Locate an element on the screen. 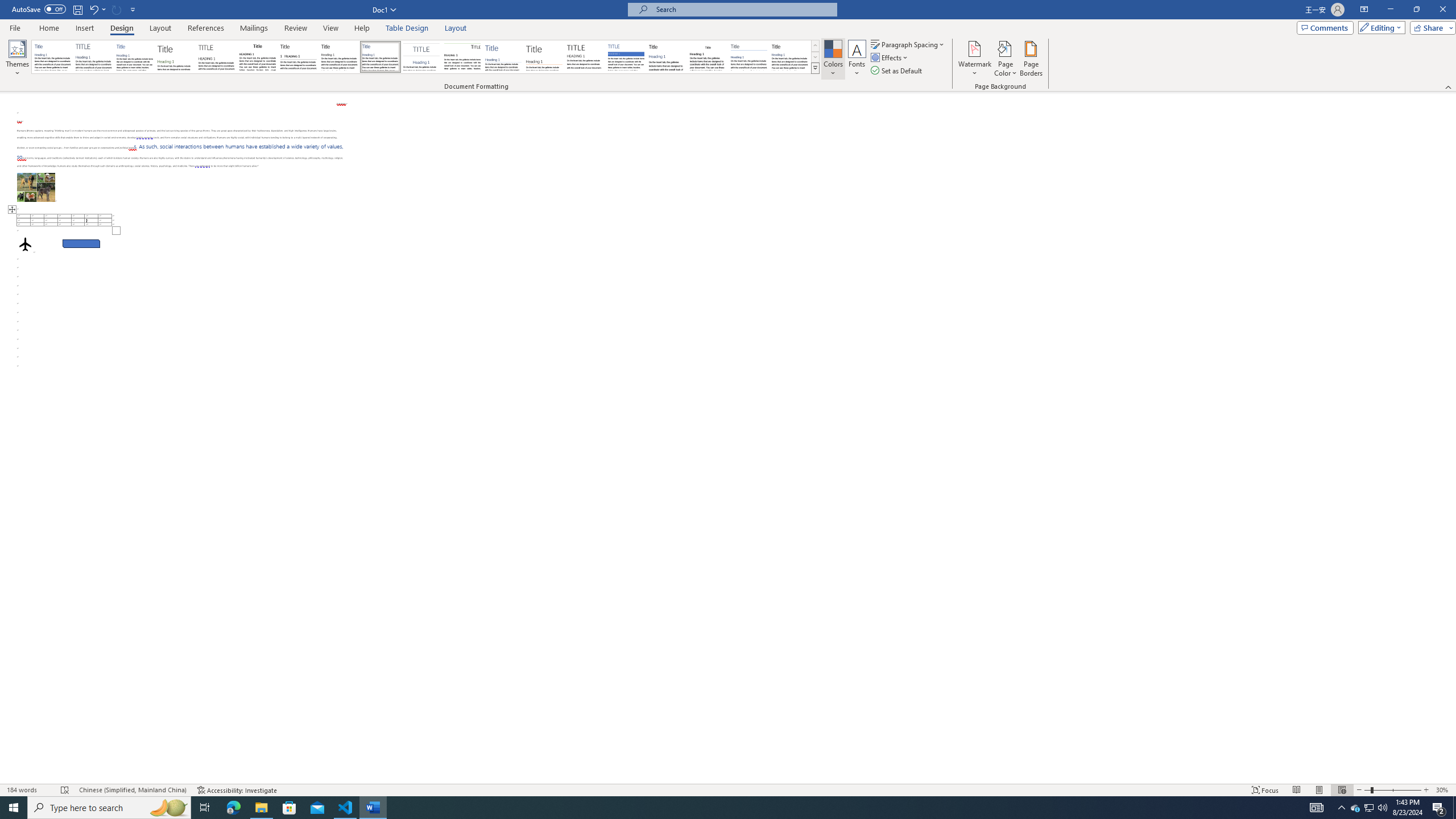  'Airplane with solid fill' is located at coordinates (25, 243).